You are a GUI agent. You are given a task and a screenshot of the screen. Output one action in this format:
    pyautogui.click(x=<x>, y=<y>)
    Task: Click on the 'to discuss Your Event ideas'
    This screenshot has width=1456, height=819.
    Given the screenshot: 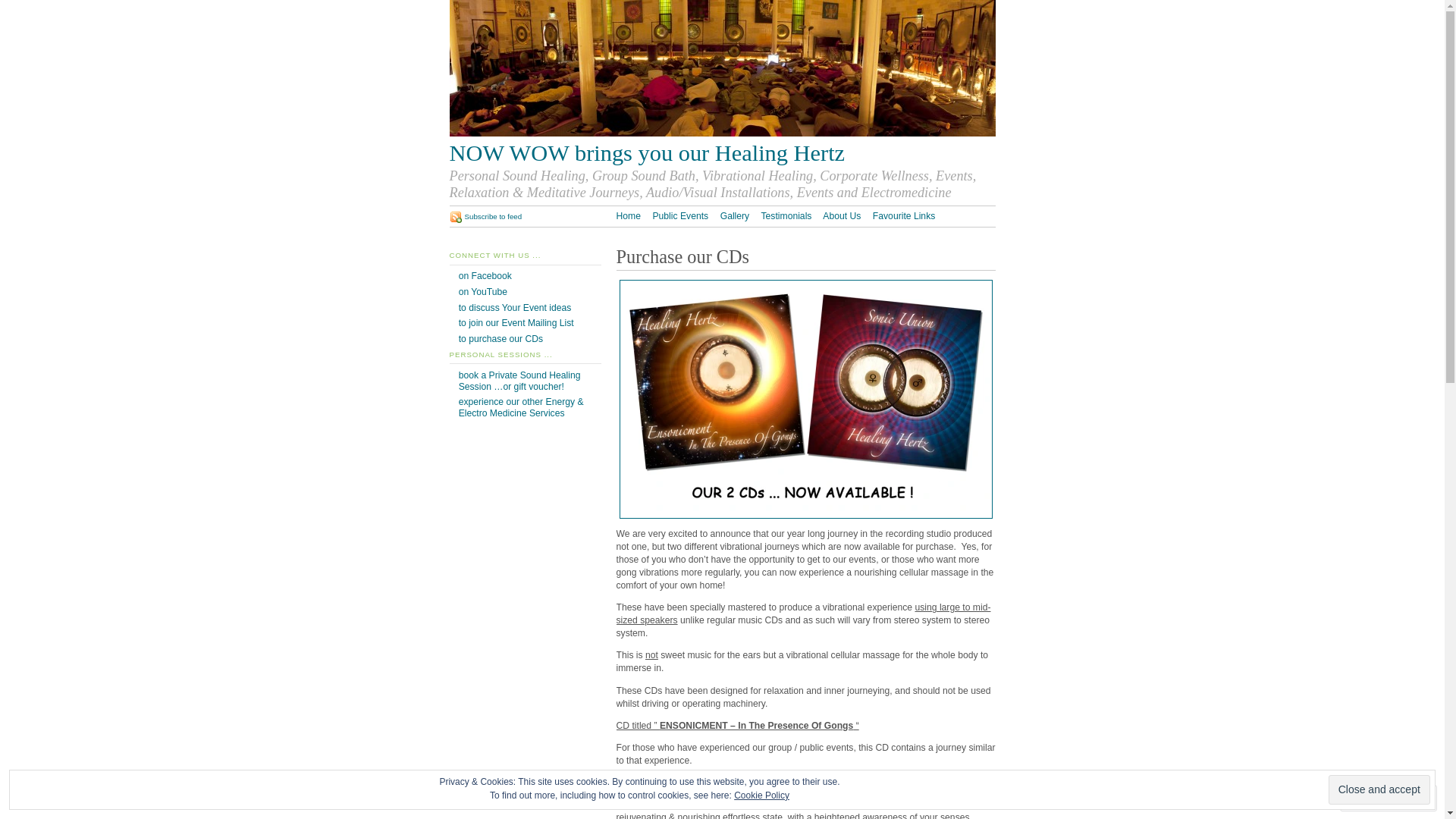 What is the action you would take?
    pyautogui.click(x=515, y=307)
    